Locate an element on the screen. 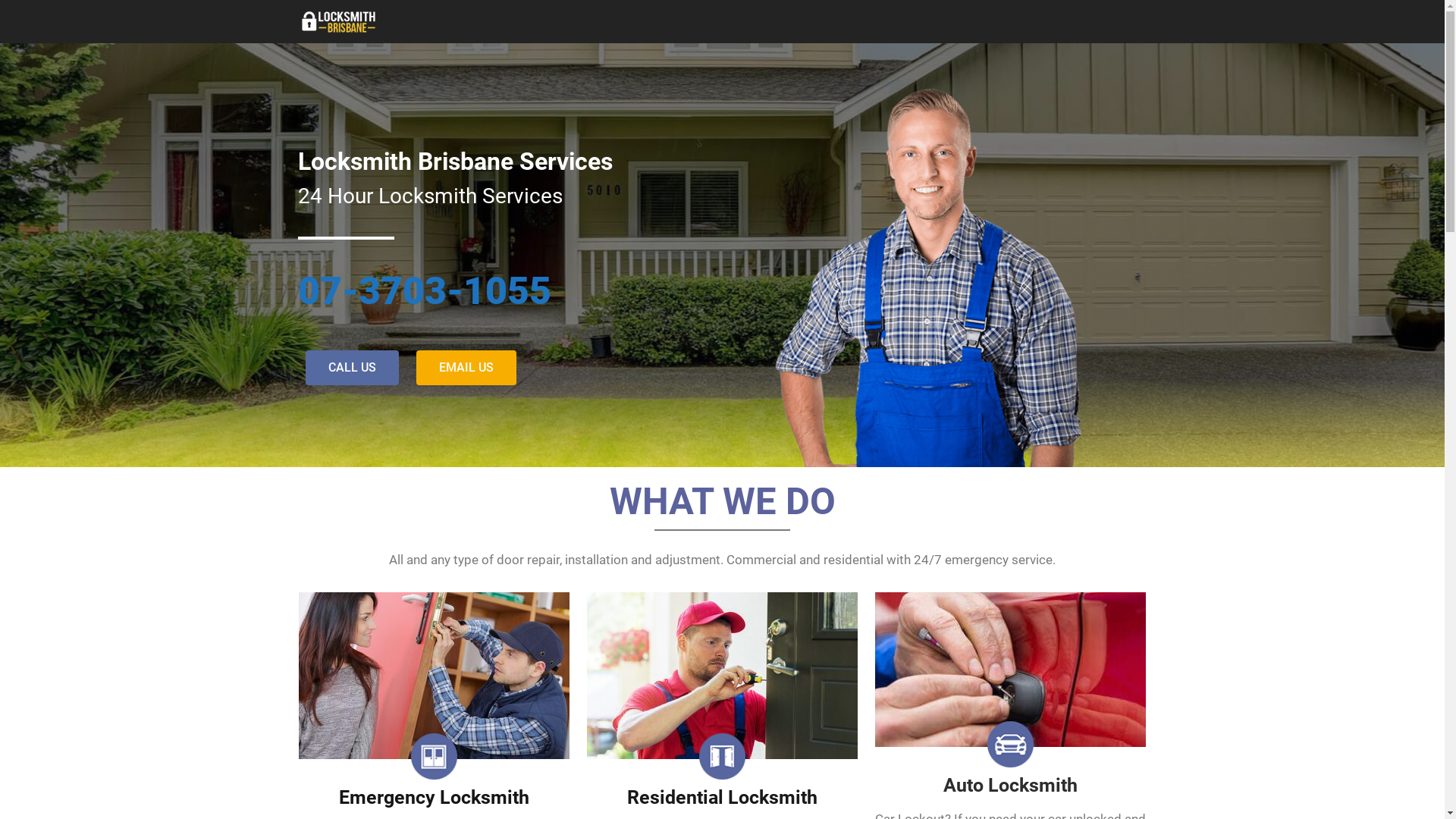  'CALL US' is located at coordinates (350, 368).